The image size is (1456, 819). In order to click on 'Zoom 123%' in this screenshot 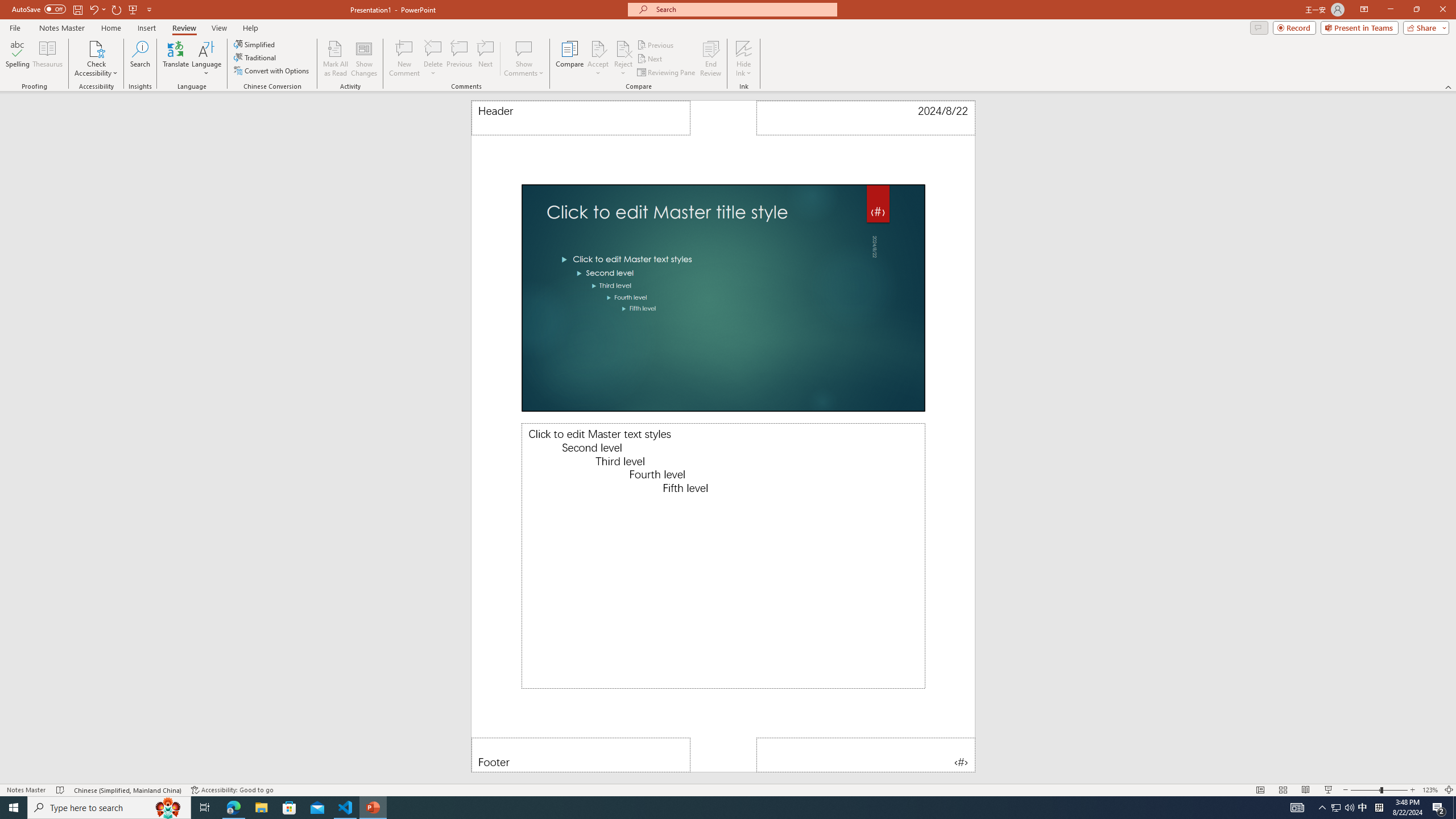, I will do `click(1430, 790)`.